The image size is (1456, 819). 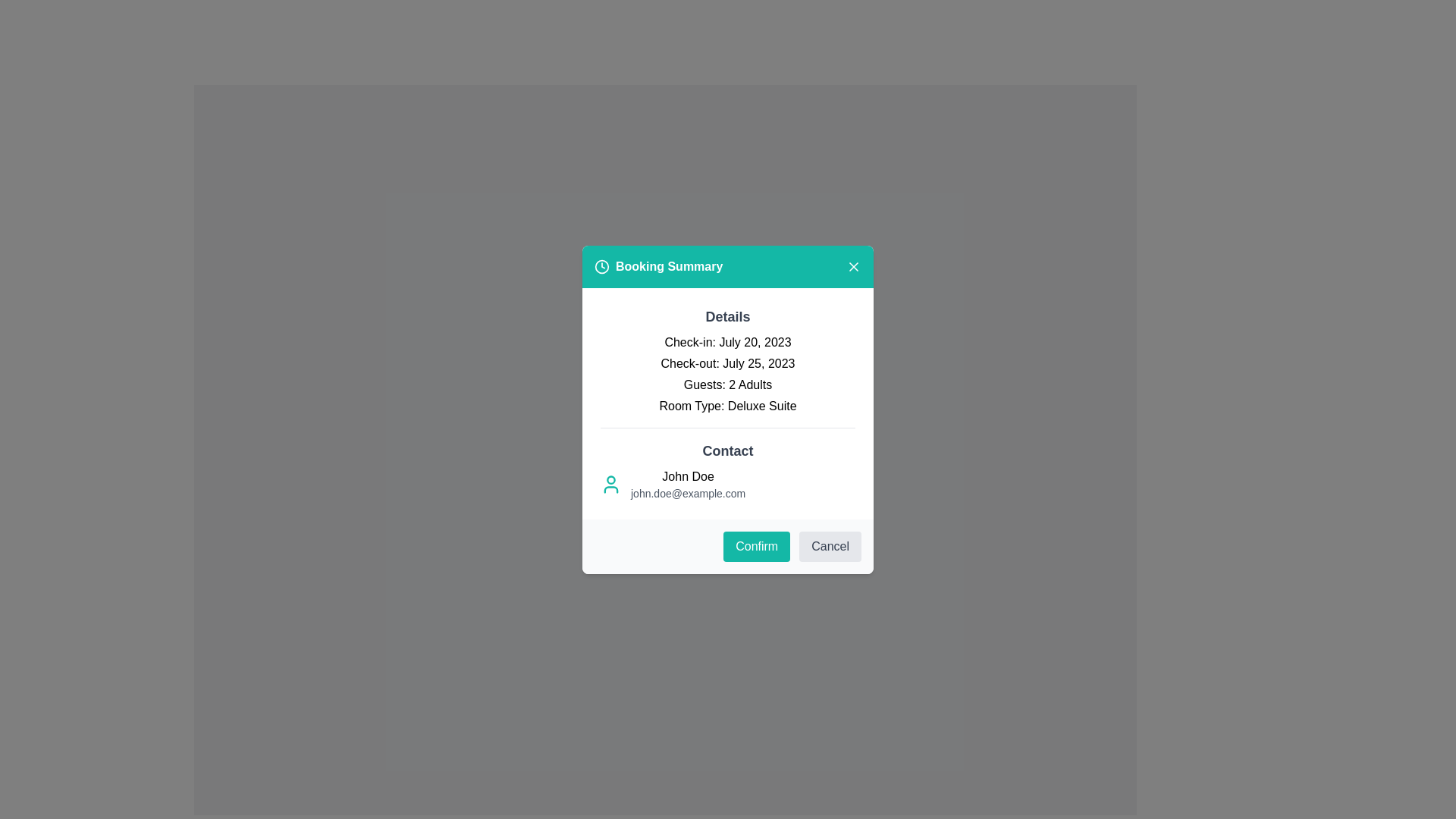 What do you see at coordinates (728, 546) in the screenshot?
I see `the 'Cancel' button, which is light gray with darker gray text, located at the bottom of the 'Booking Summary' dialog box` at bounding box center [728, 546].